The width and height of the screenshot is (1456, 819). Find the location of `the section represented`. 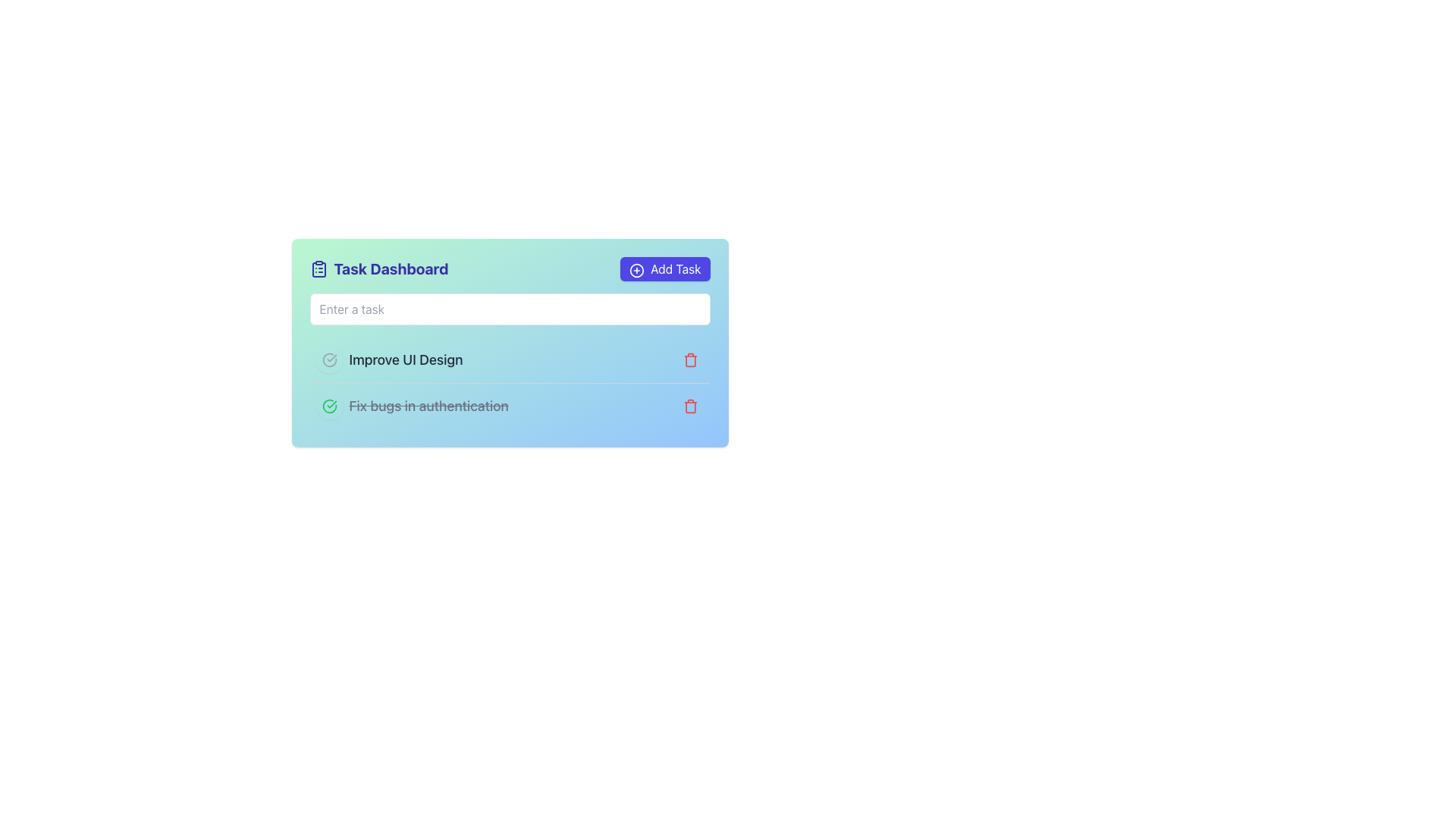

the section represented is located at coordinates (318, 268).